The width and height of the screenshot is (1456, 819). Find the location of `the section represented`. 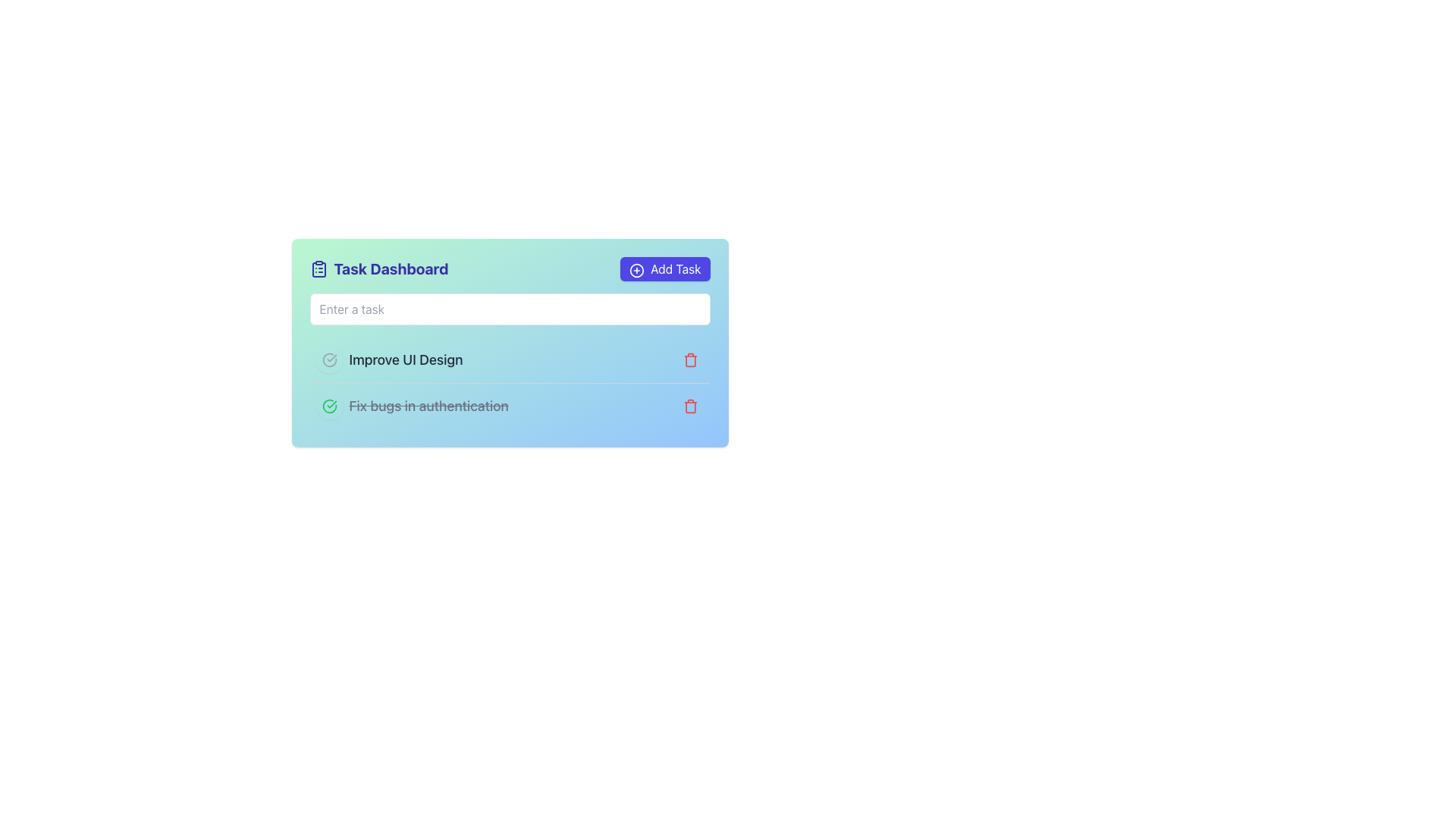

the section represented is located at coordinates (318, 268).